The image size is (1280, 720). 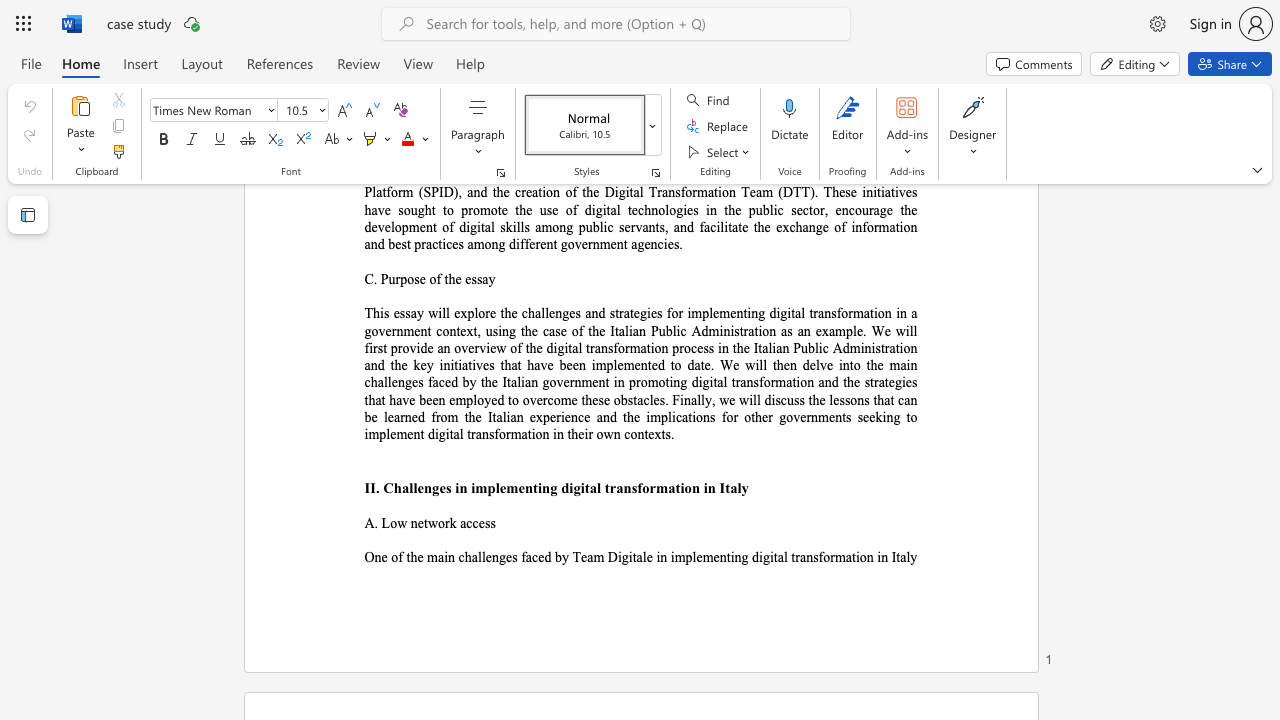 I want to click on the 1th character "T" in the text, so click(x=575, y=557).